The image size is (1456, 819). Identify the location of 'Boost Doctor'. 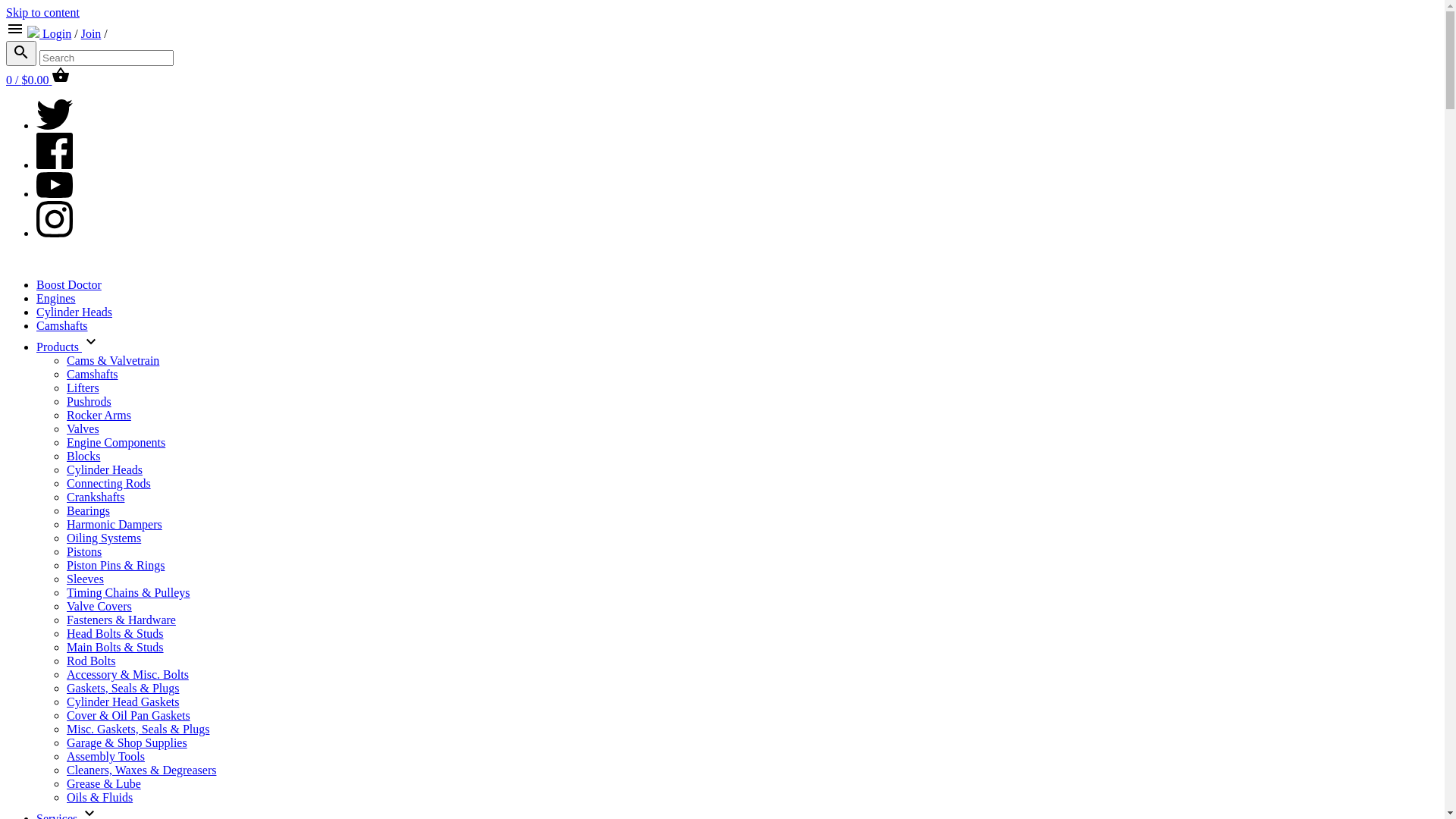
(36, 284).